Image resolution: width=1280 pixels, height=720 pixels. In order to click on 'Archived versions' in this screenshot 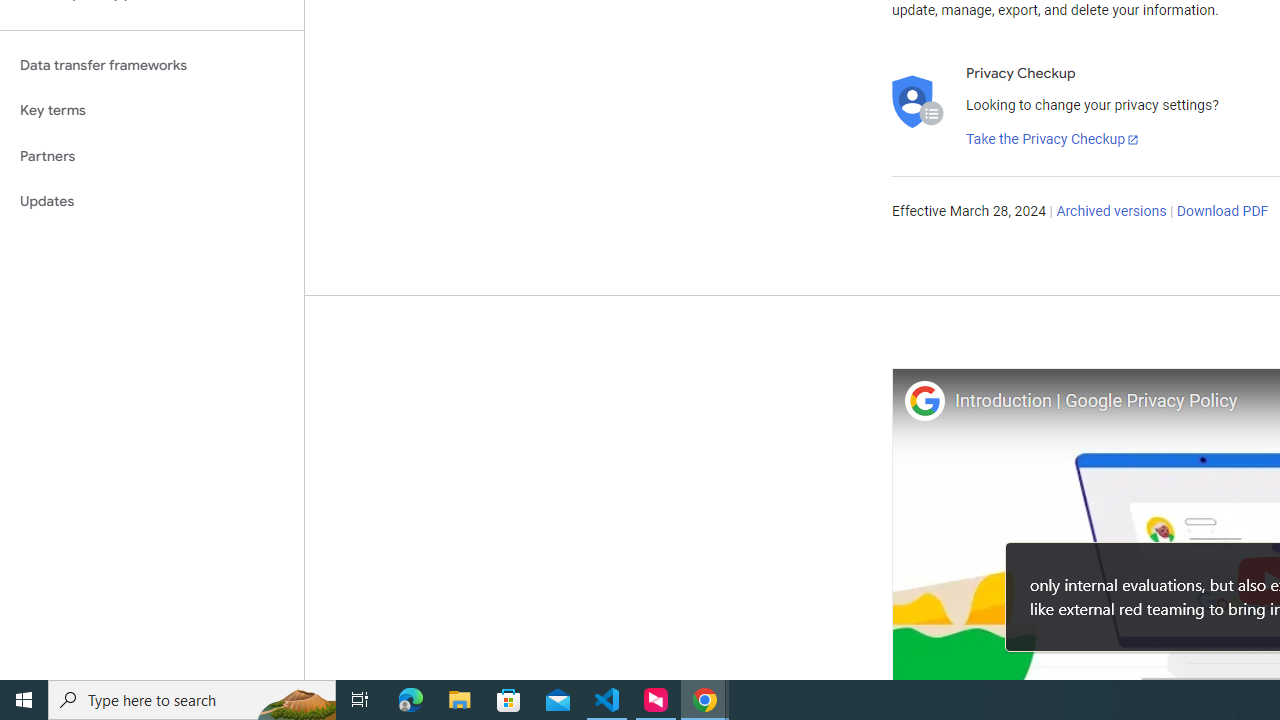, I will do `click(1110, 212)`.